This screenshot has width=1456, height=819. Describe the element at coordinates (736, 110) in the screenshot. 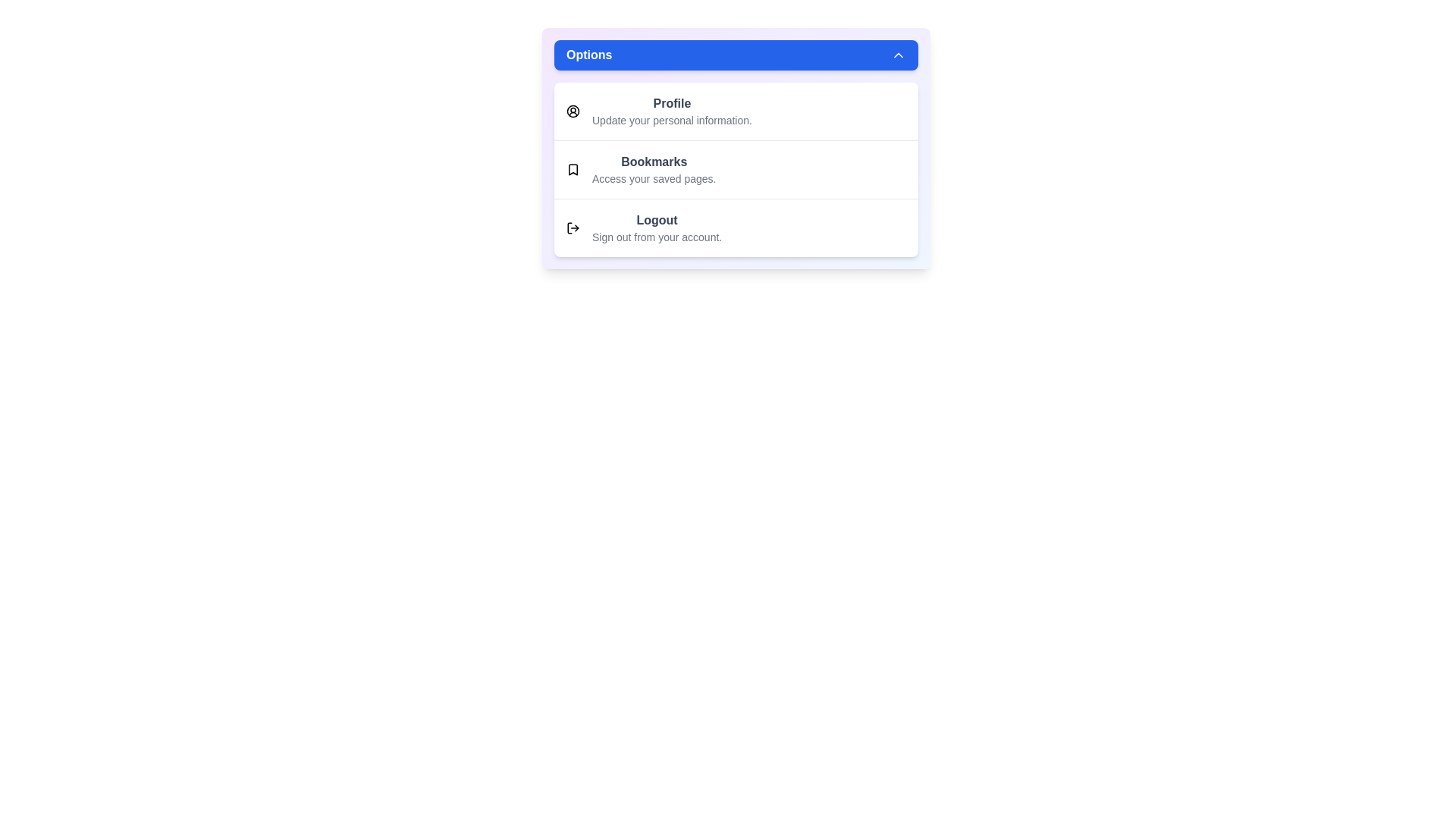

I see `the menu option Profile by clicking on it` at that location.